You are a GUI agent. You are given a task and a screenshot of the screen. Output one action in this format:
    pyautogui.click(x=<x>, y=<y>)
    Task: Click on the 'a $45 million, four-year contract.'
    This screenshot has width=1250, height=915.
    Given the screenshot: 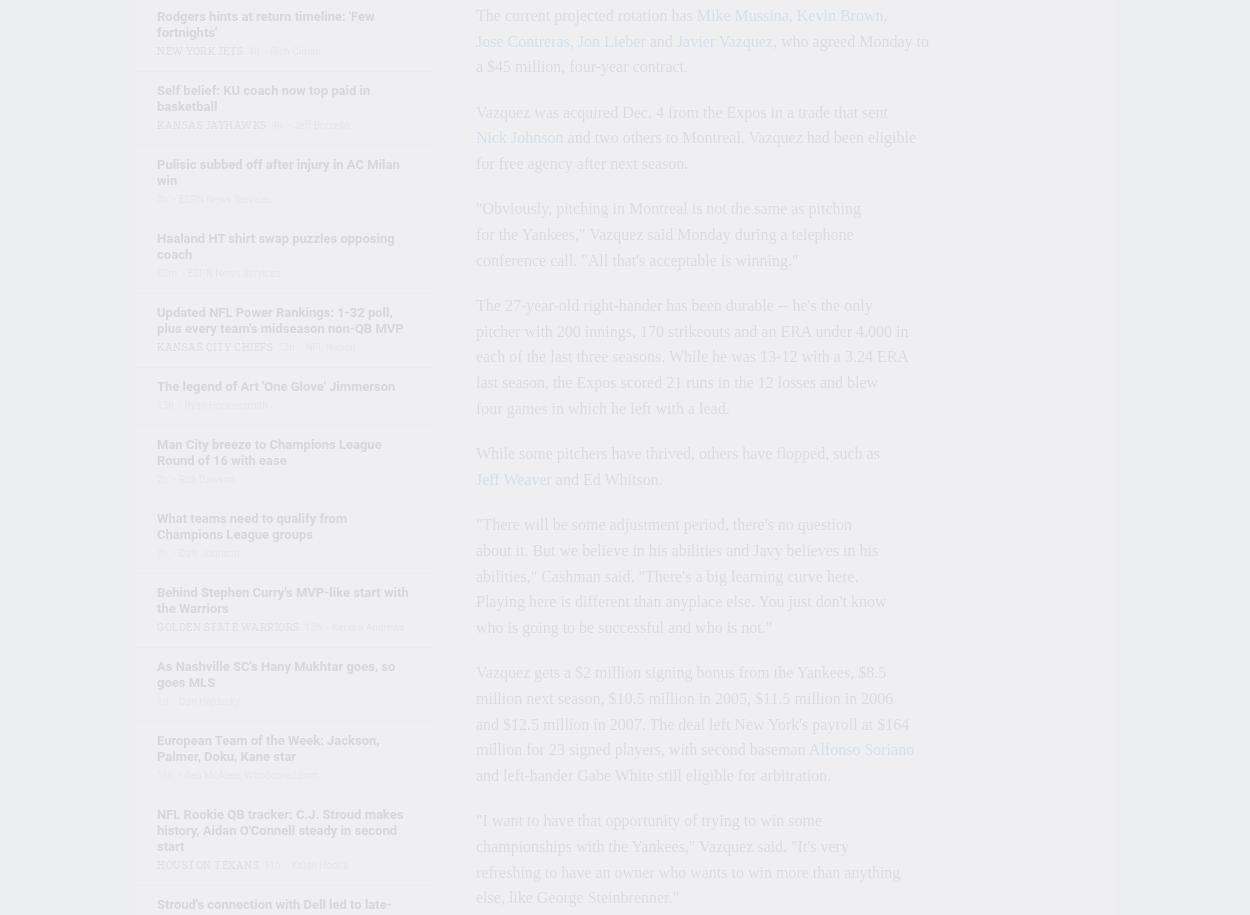 What is the action you would take?
    pyautogui.click(x=581, y=65)
    